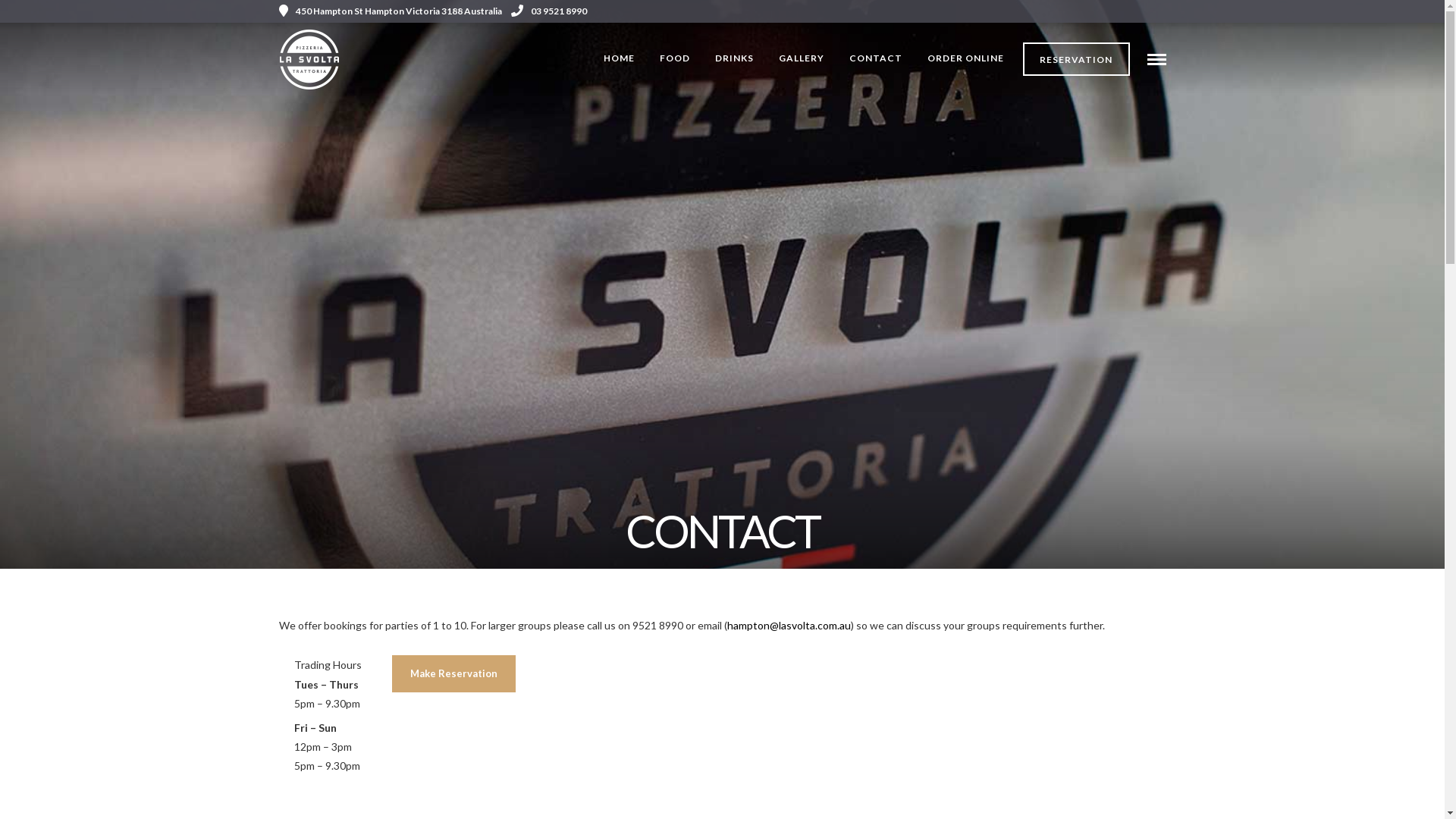  What do you see at coordinates (452, 672) in the screenshot?
I see `'Make Reservation'` at bounding box center [452, 672].